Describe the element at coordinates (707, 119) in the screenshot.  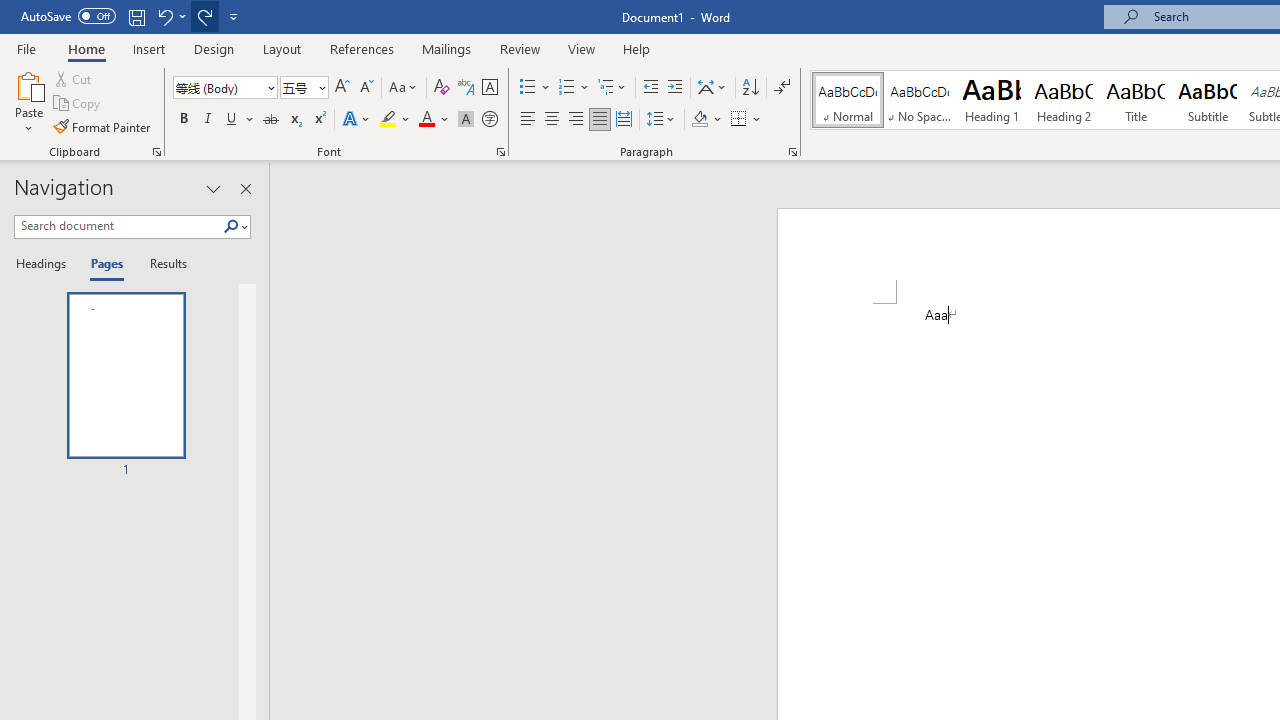
I see `'Shading'` at that location.